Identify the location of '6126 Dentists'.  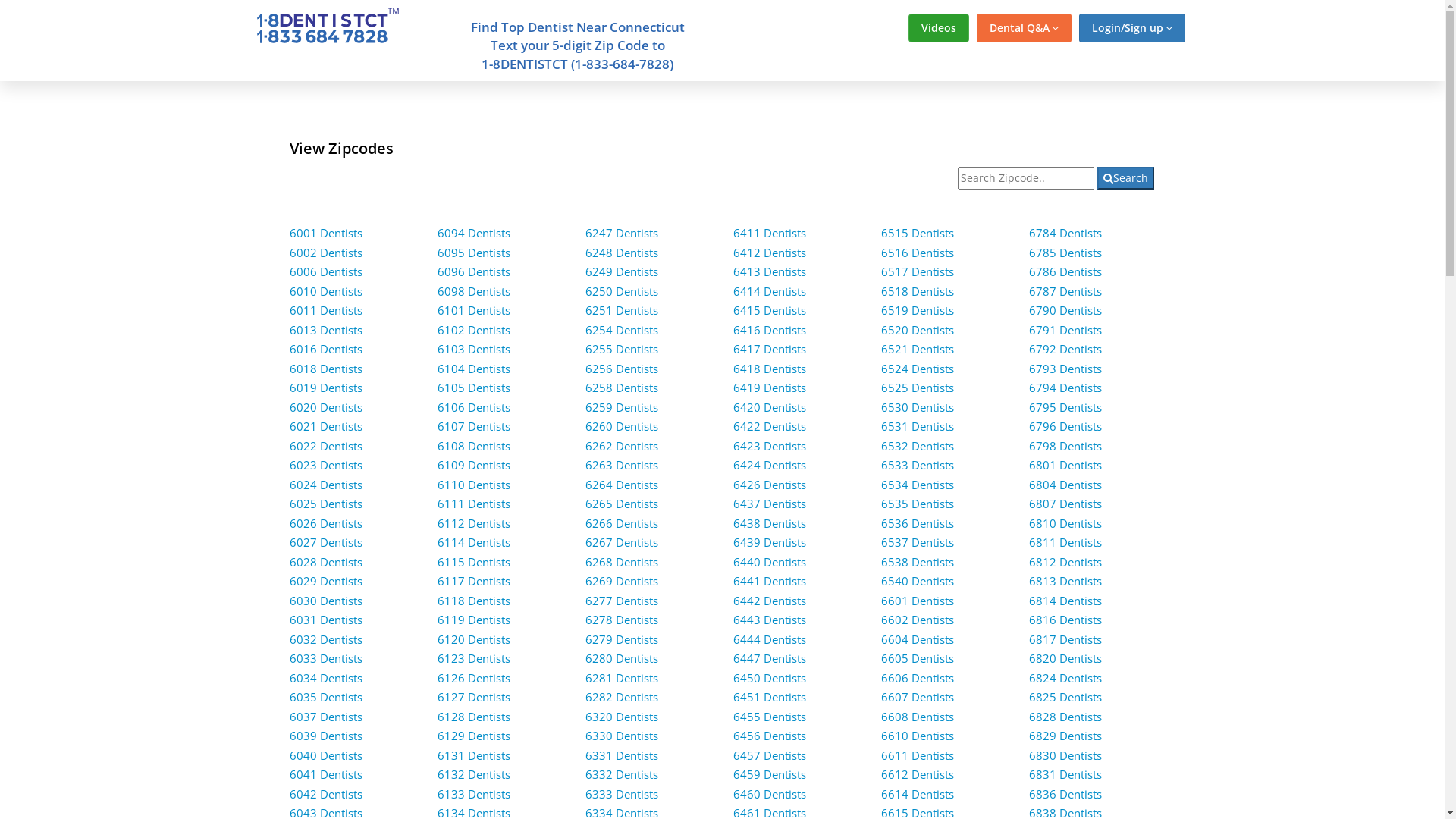
(472, 677).